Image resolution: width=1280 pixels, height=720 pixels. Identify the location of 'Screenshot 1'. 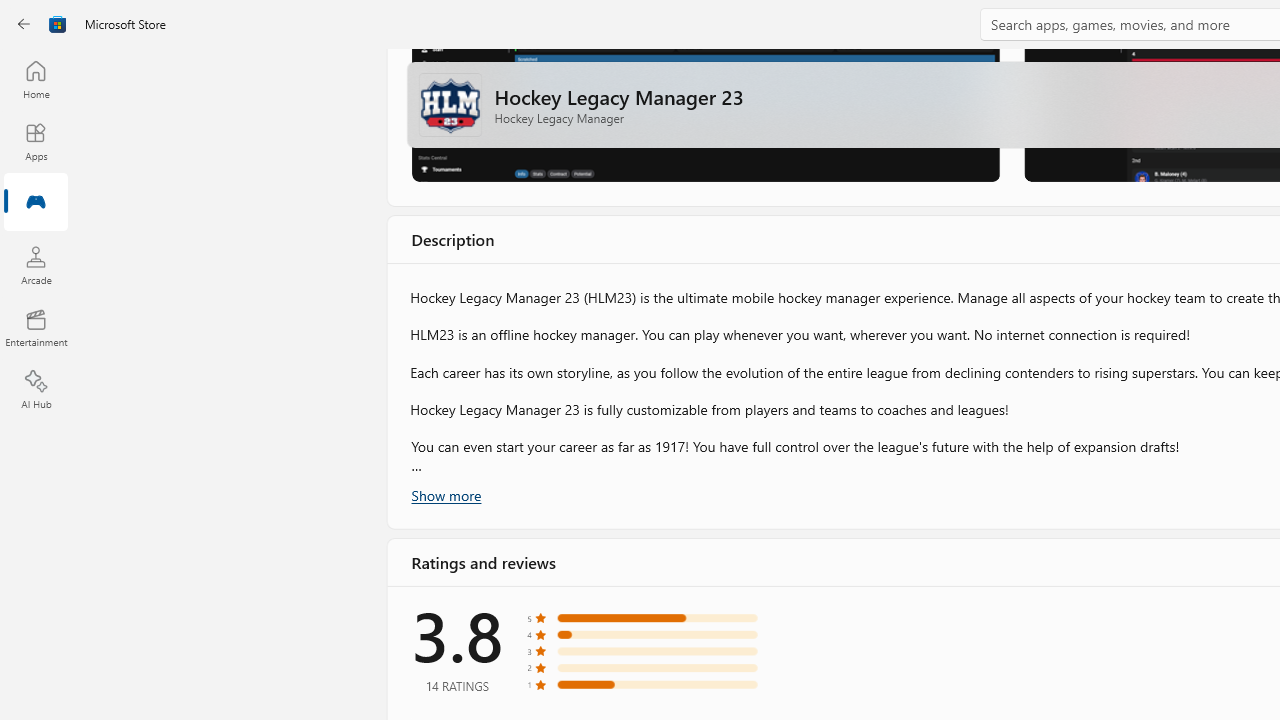
(704, 114).